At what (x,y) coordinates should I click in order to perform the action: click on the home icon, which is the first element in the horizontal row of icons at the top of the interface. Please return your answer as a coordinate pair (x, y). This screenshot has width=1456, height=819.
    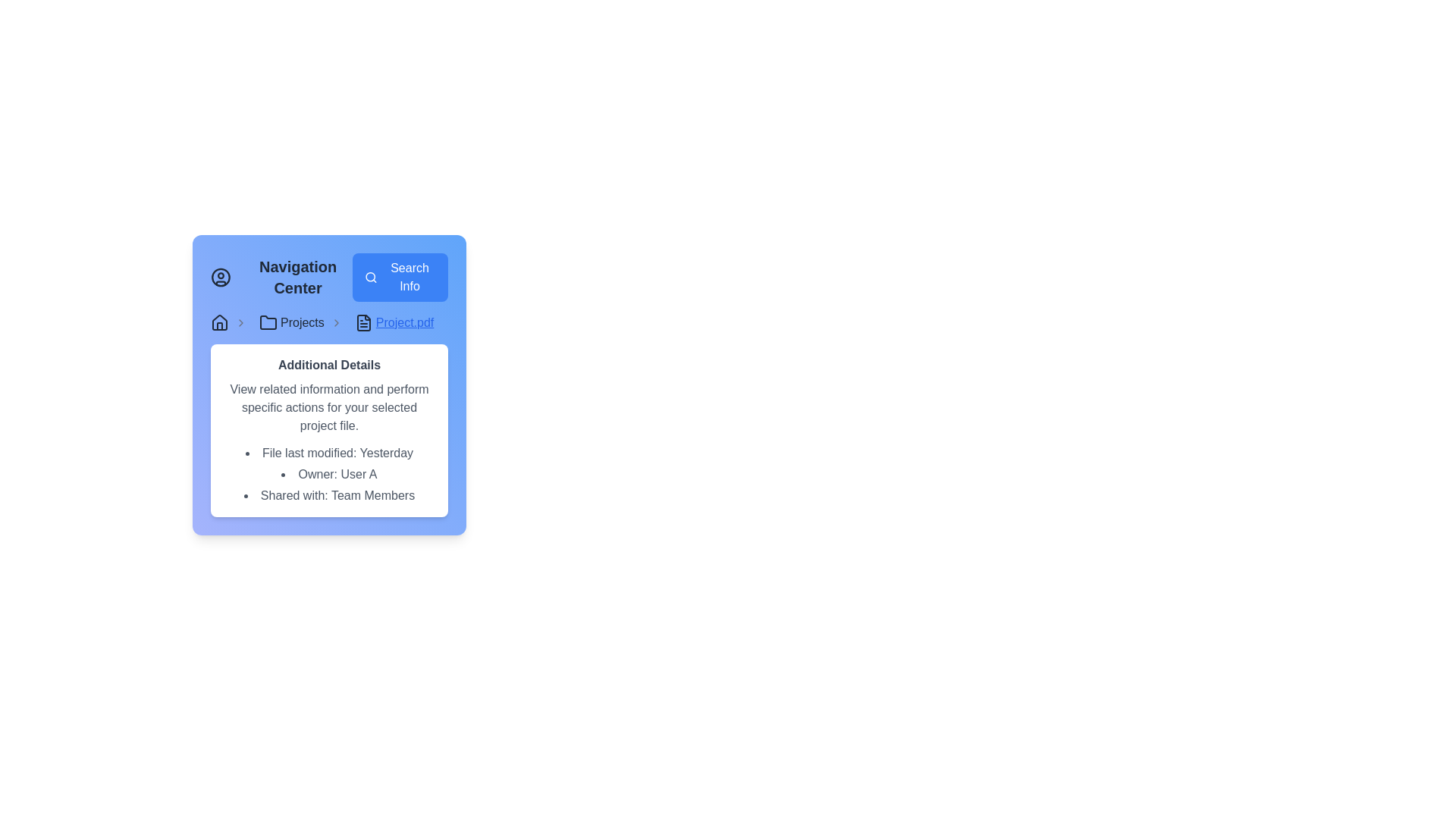
    Looking at the image, I should click on (218, 321).